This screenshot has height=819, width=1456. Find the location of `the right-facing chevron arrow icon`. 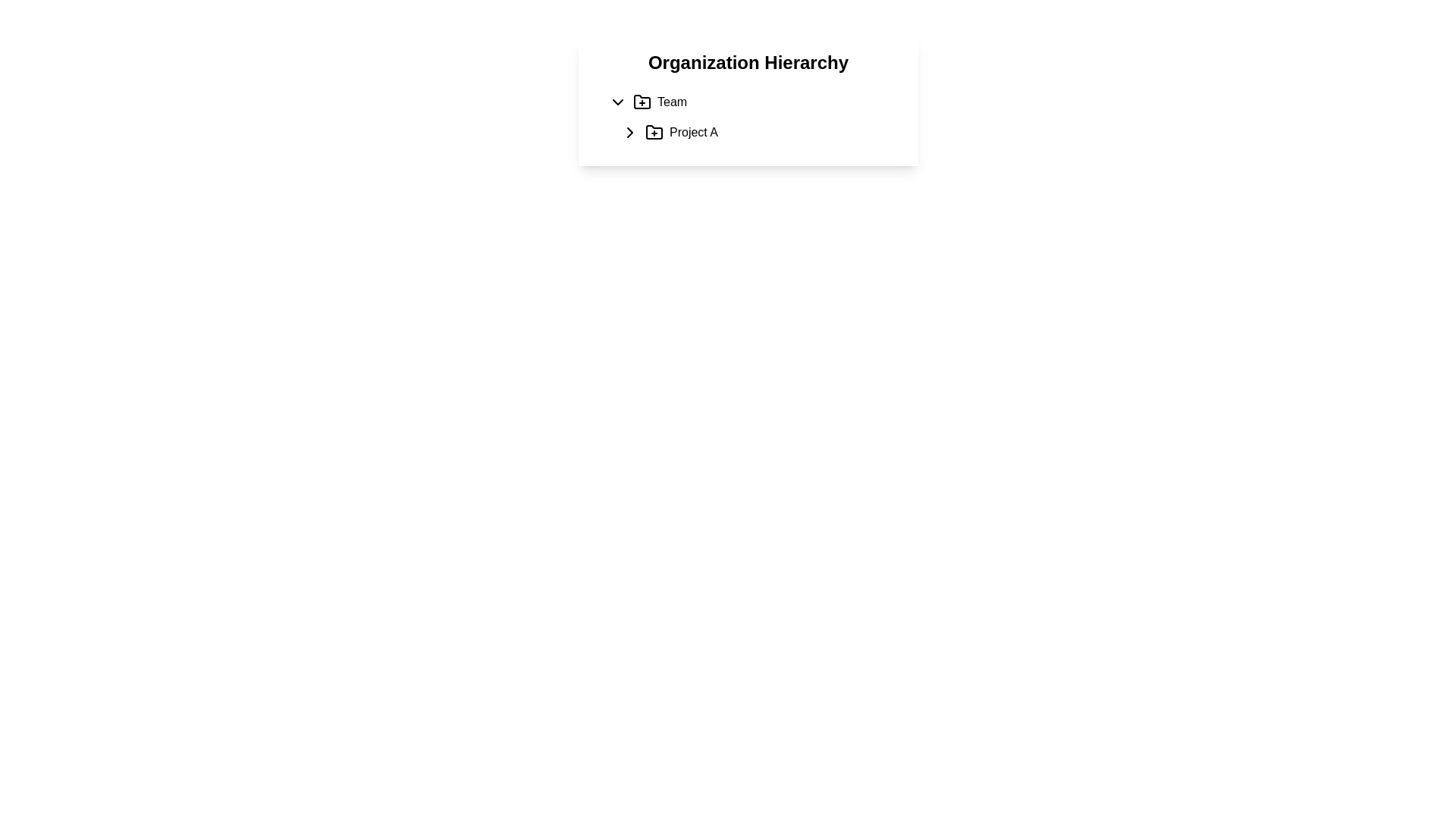

the right-facing chevron arrow icon is located at coordinates (629, 131).